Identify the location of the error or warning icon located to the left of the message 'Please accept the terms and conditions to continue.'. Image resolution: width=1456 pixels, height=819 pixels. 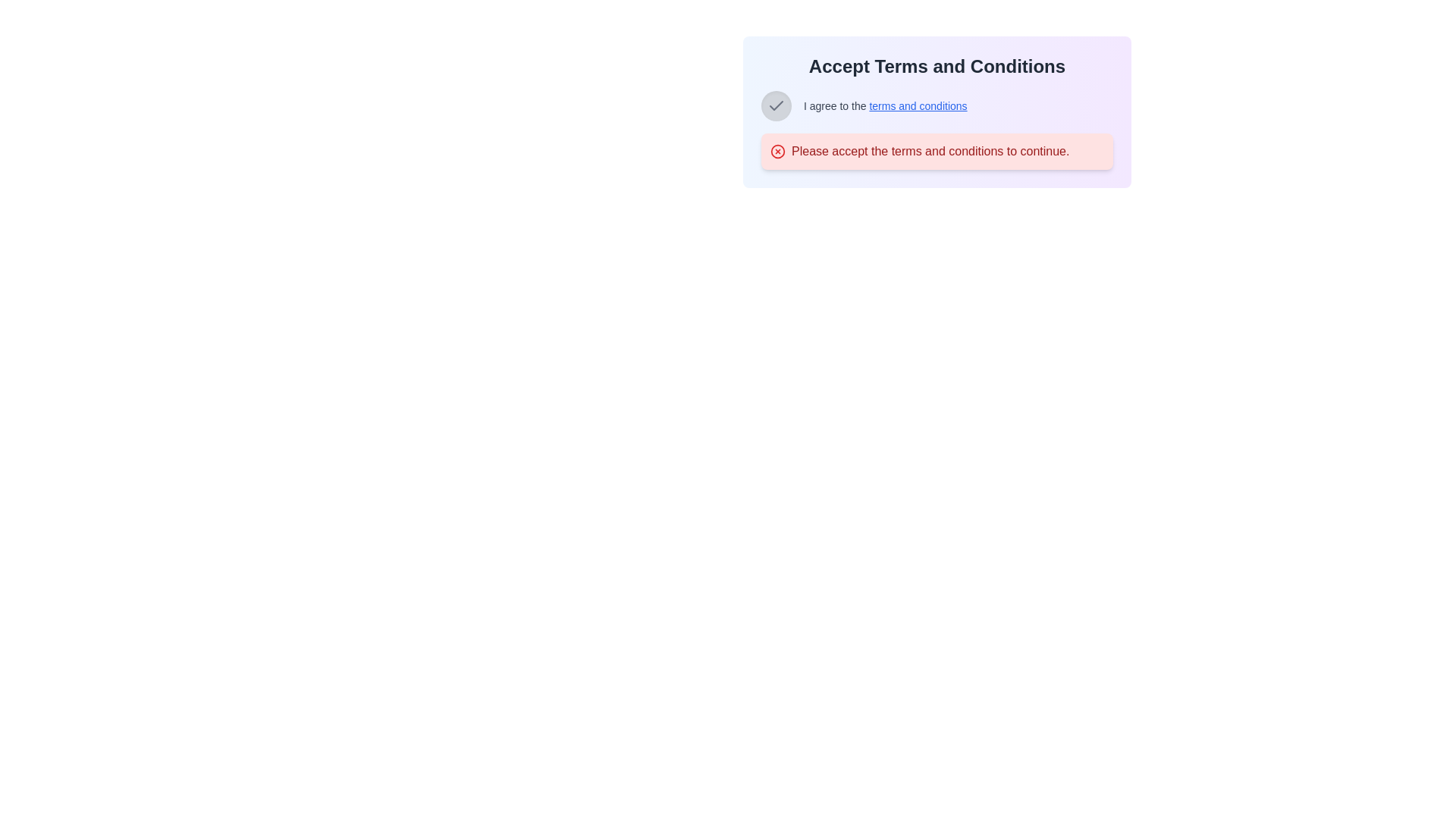
(778, 152).